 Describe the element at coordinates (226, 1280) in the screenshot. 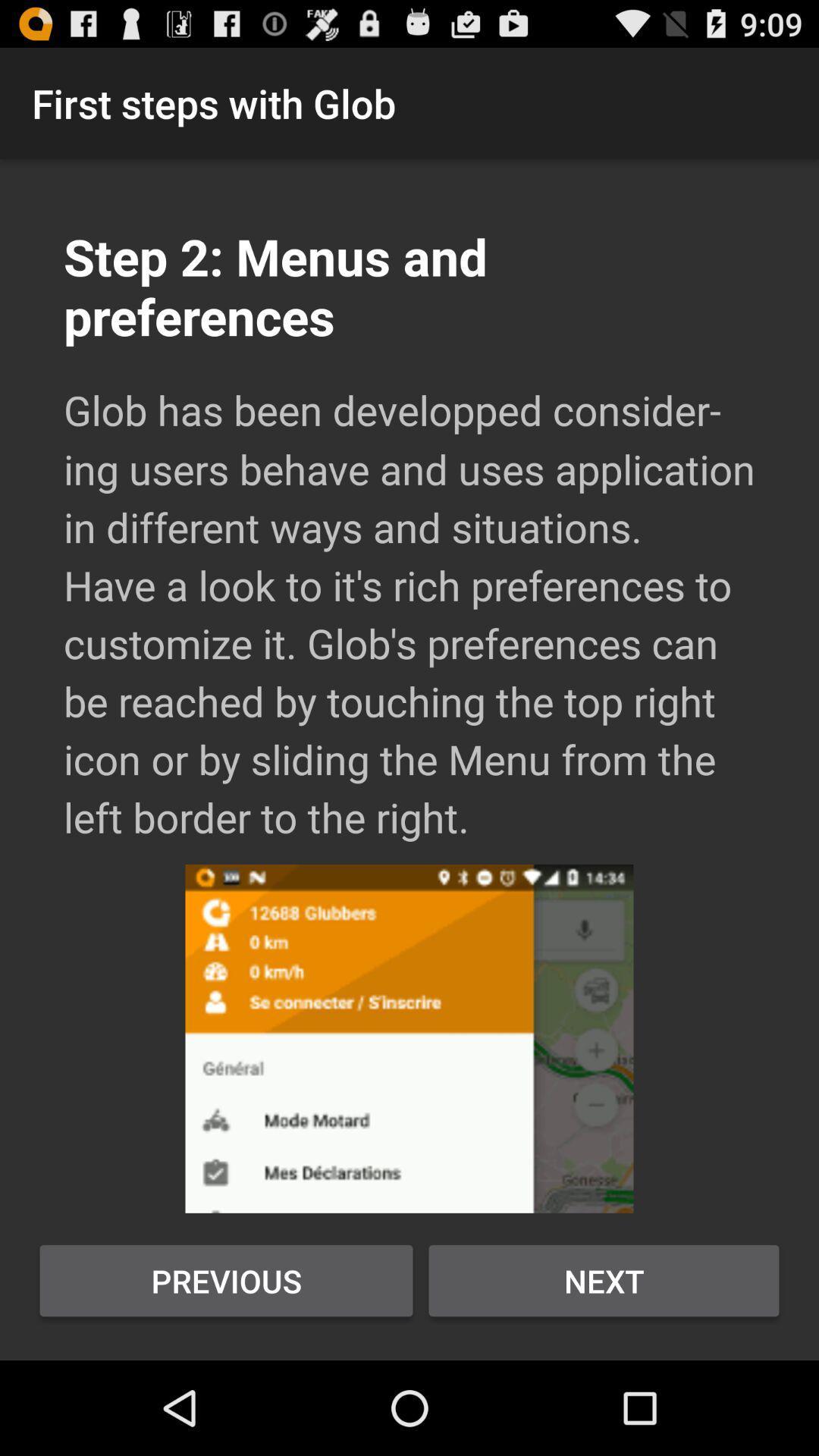

I see `previous icon` at that location.